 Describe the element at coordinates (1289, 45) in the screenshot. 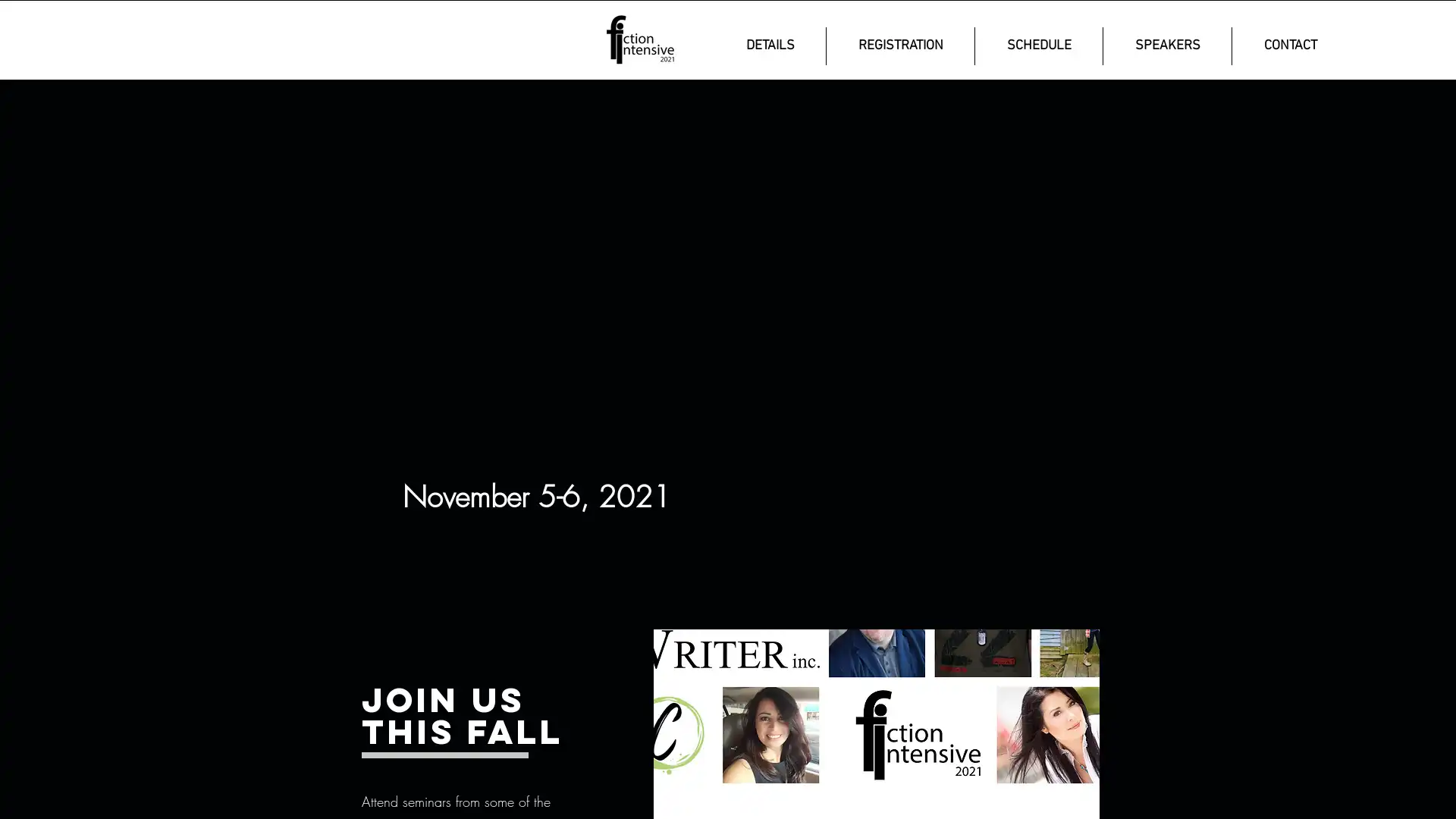

I see `CONTACT` at that location.